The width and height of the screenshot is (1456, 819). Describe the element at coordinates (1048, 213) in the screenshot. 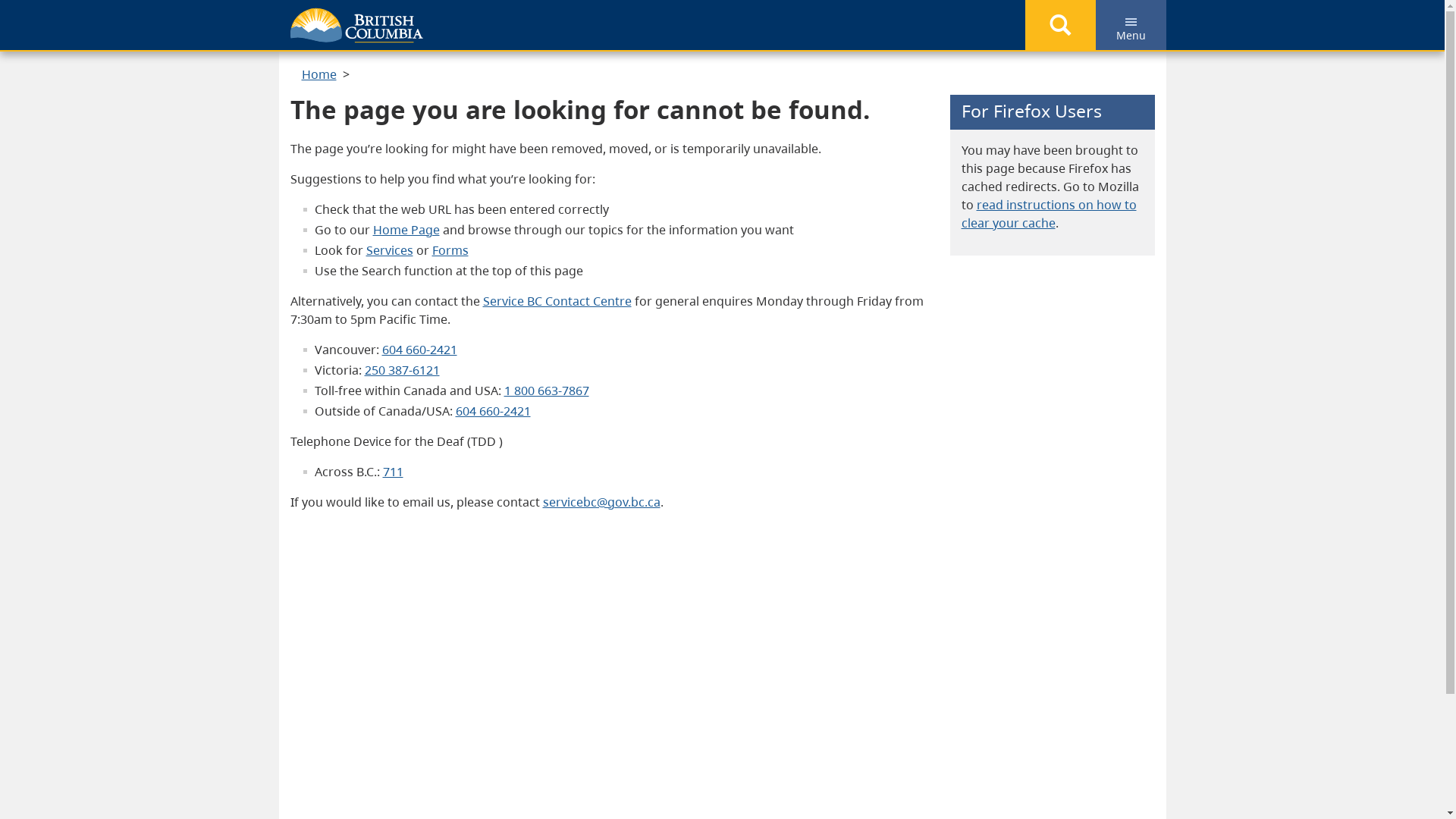

I see `'read instructions on how to clear your cache'` at that location.